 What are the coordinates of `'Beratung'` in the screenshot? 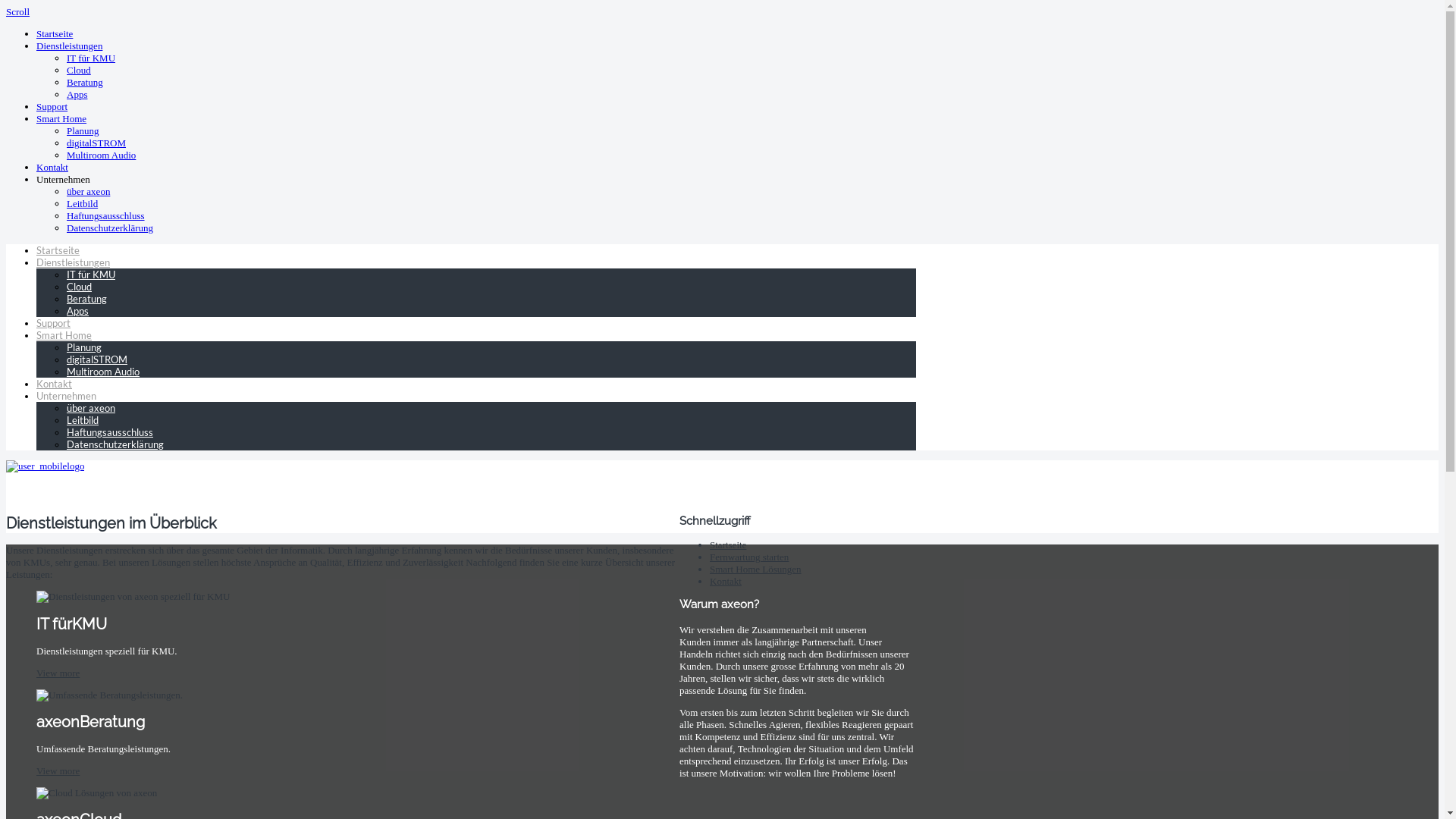 It's located at (83, 82).